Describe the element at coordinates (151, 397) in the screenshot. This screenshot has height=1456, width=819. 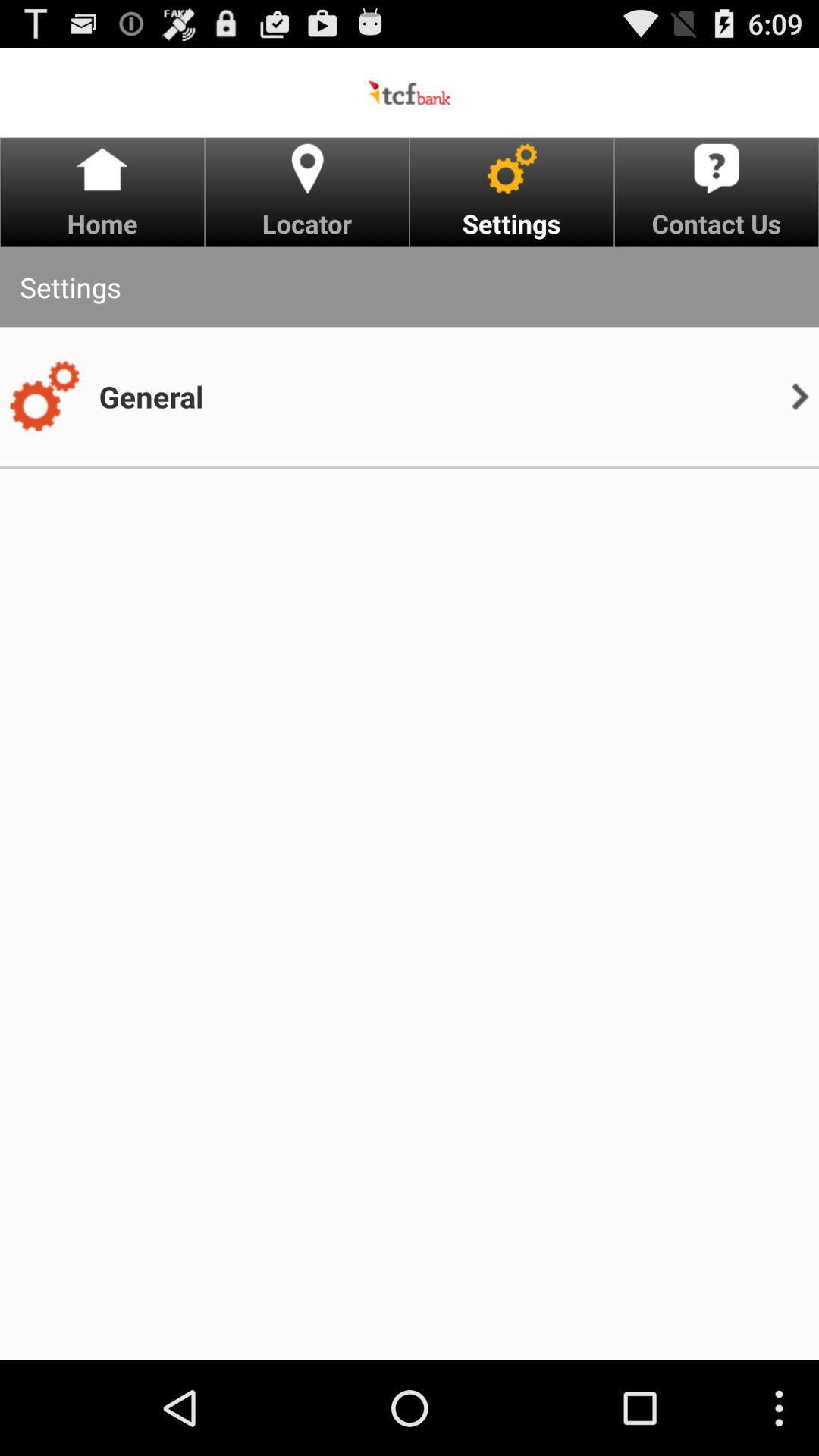
I see `app below settings` at that location.